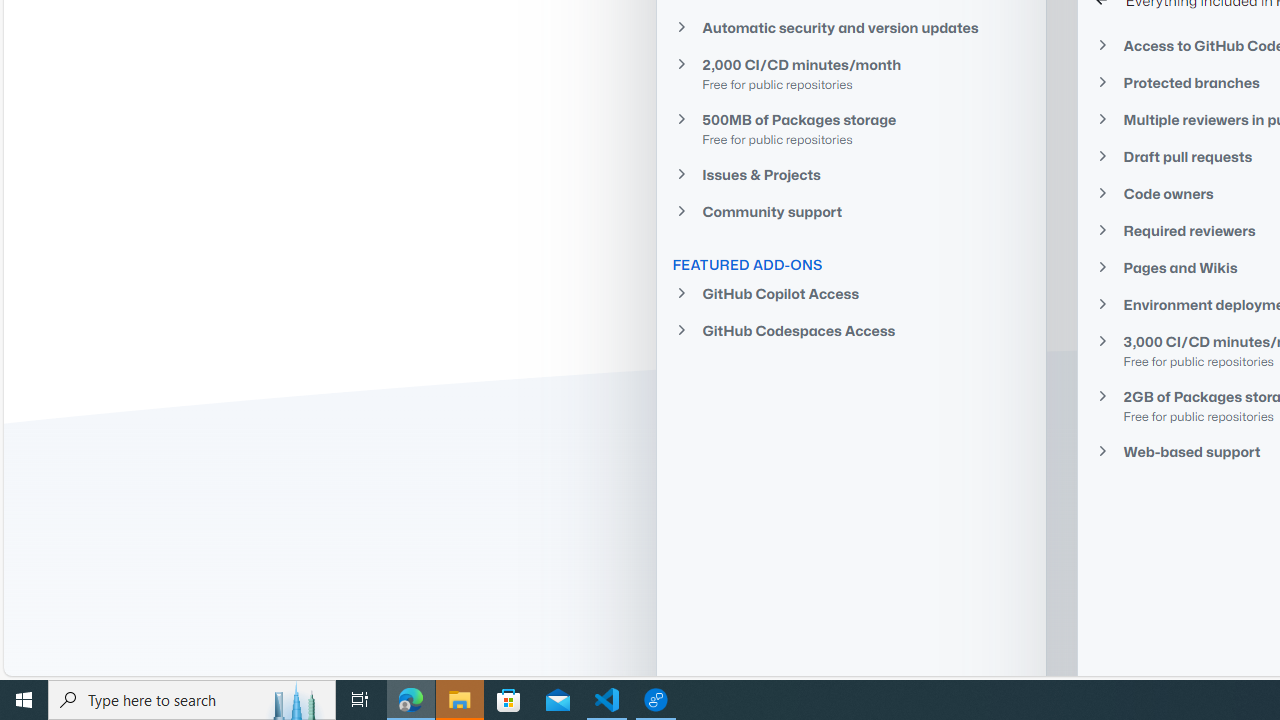  Describe the element at coordinates (851, 211) in the screenshot. I see `'Community support'` at that location.